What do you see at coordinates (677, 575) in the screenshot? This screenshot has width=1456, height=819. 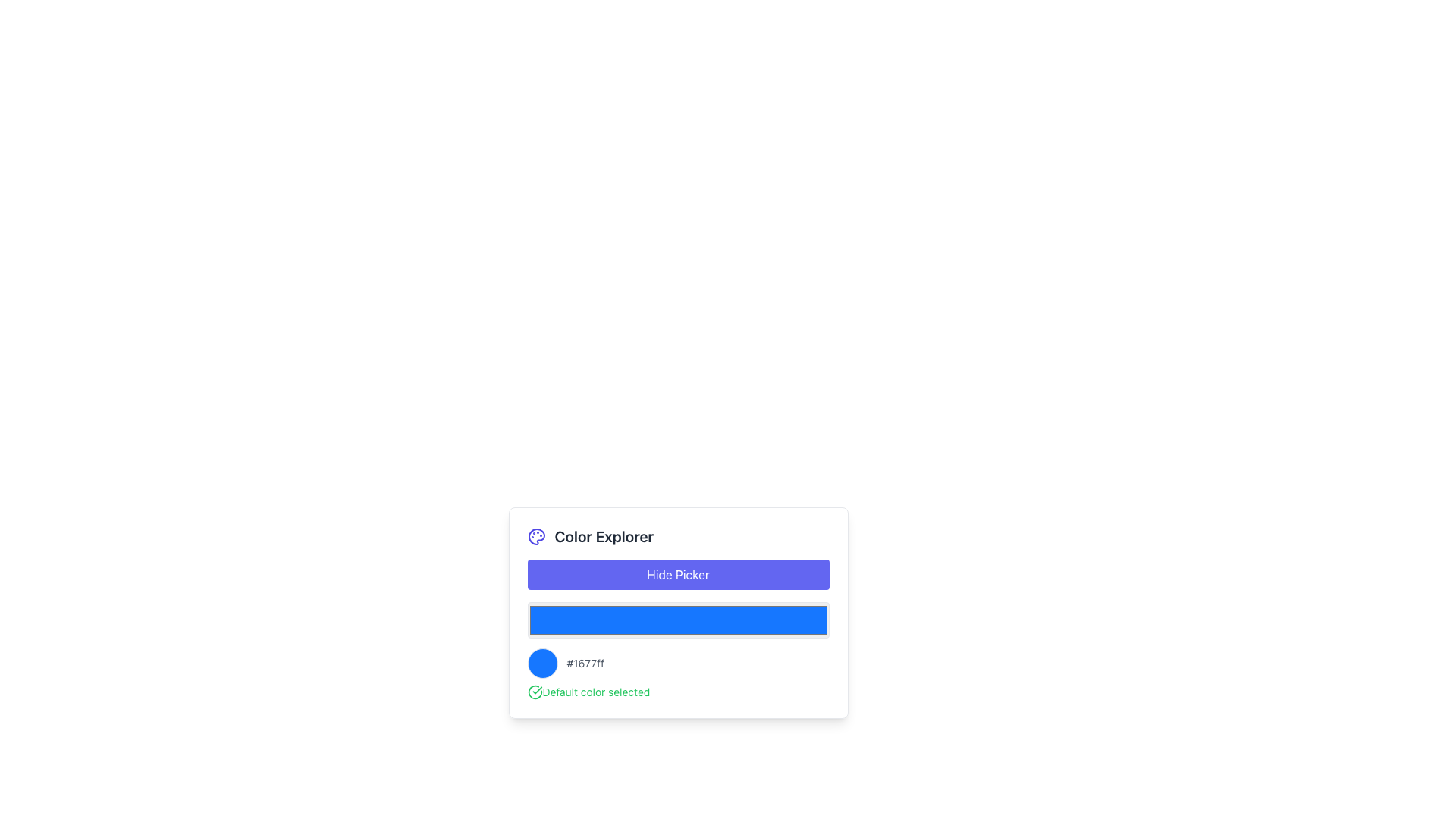 I see `the 'Hide Picker' button, which is a rectangular button with rounded corners, styled with a purple background and white text` at bounding box center [677, 575].